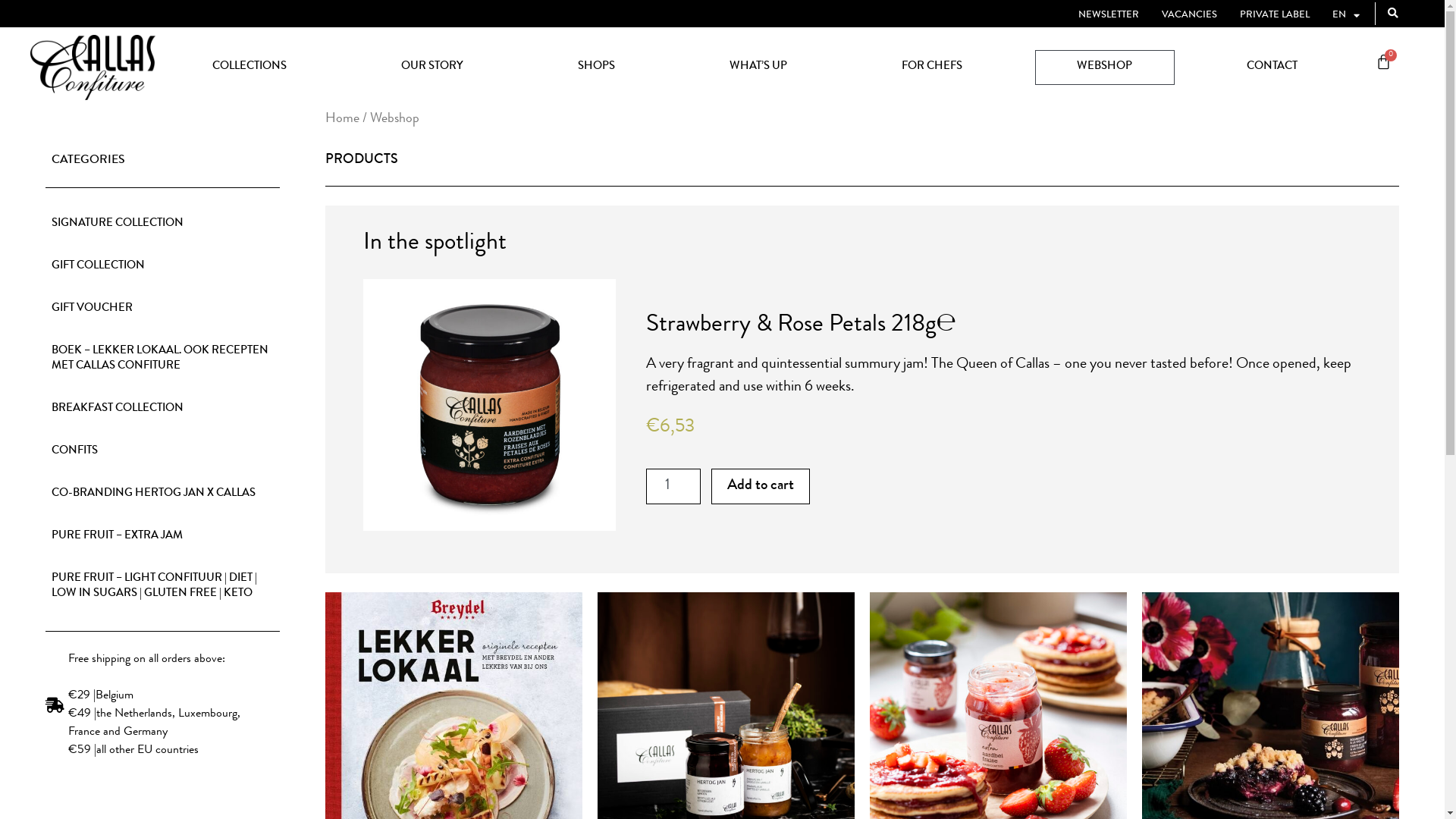 The height and width of the screenshot is (819, 1456). I want to click on 'VACANCIES', so click(1188, 15).